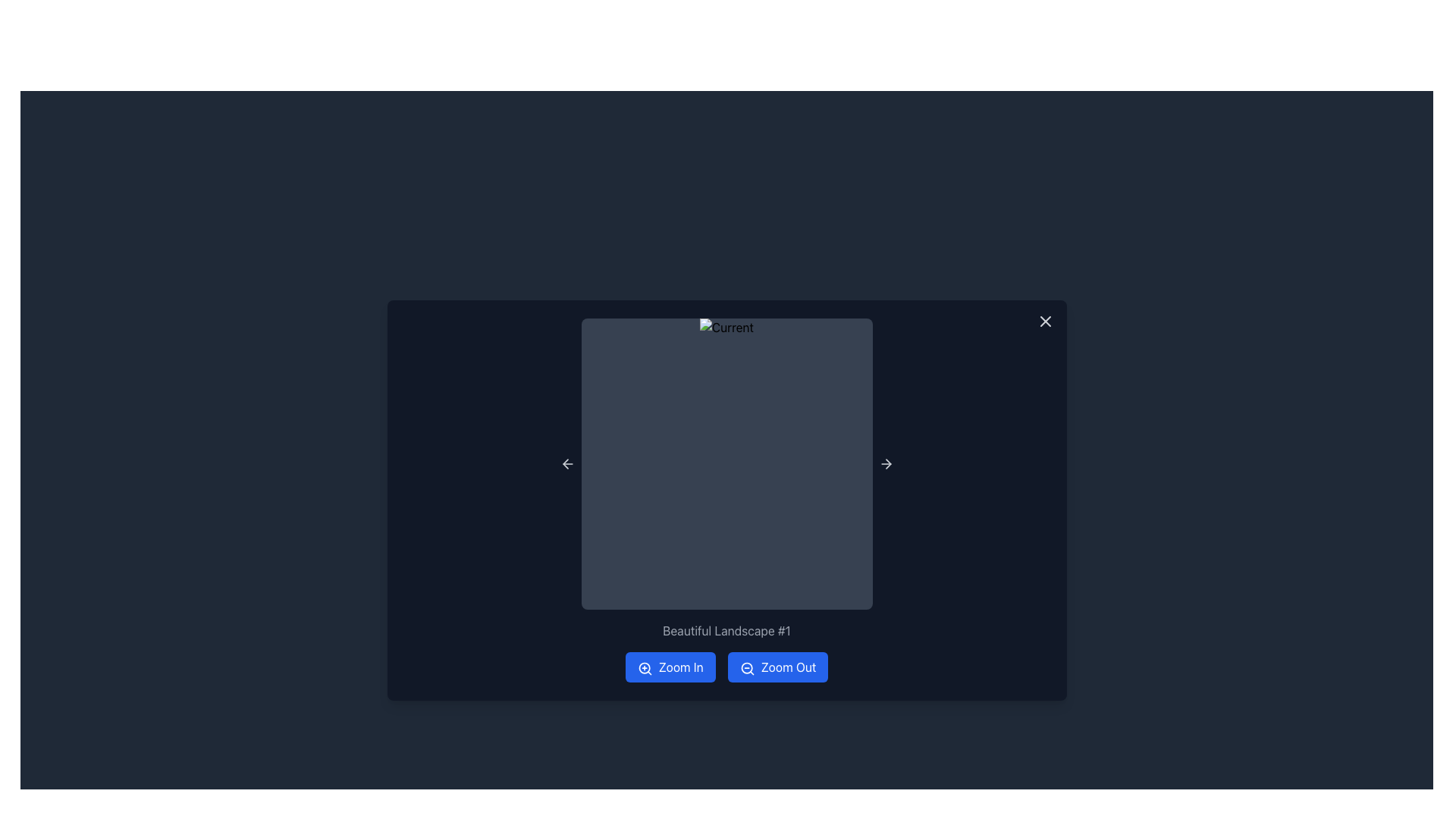 Image resolution: width=1456 pixels, height=819 pixels. I want to click on the 'Zoom In' button, which is a rectangular button with rounded edges, a blue background, and white text, located at the lower center of the interface, so click(670, 666).